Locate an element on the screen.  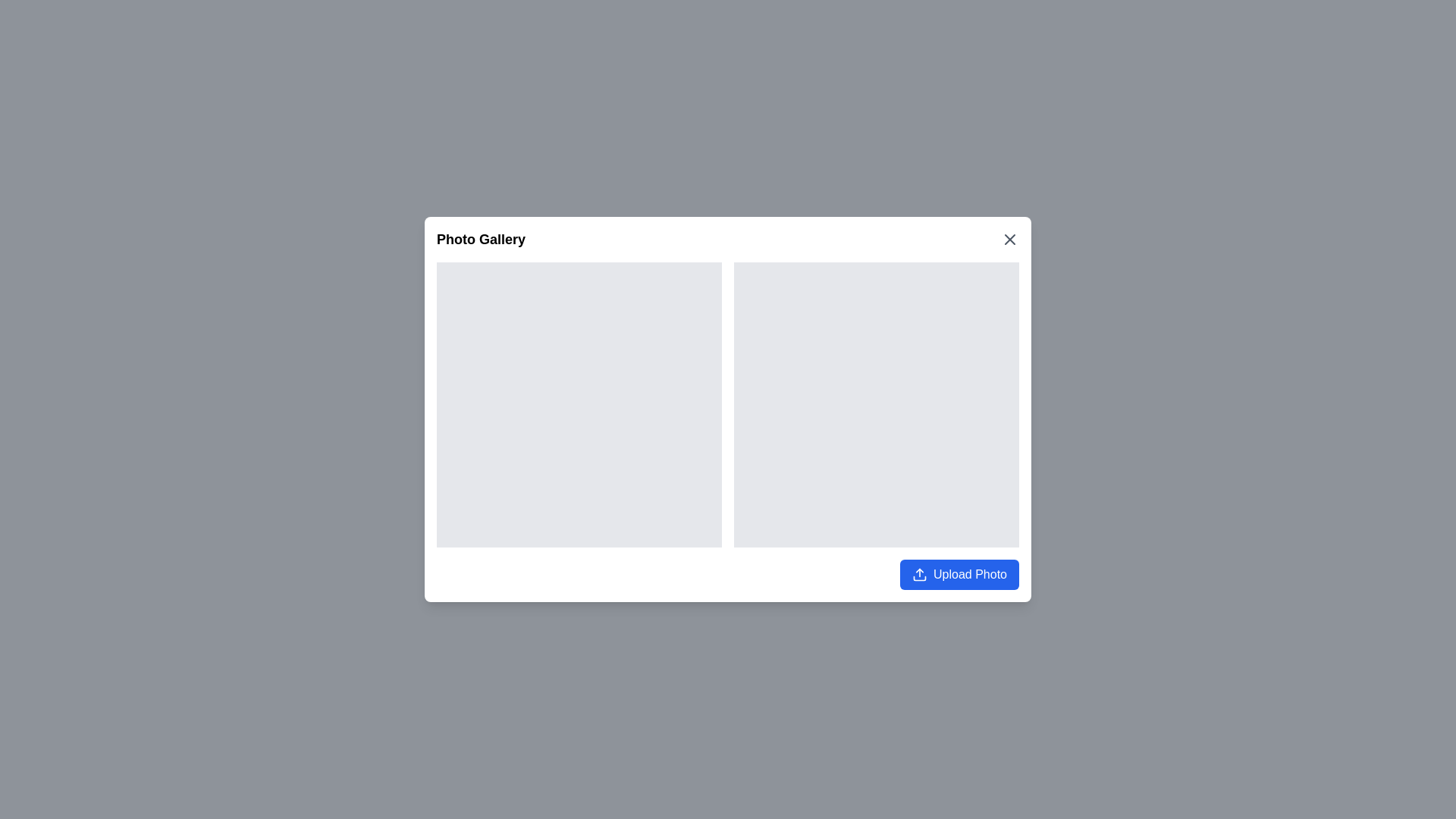
the close button located at the top-right corner of the white window is located at coordinates (1009, 239).